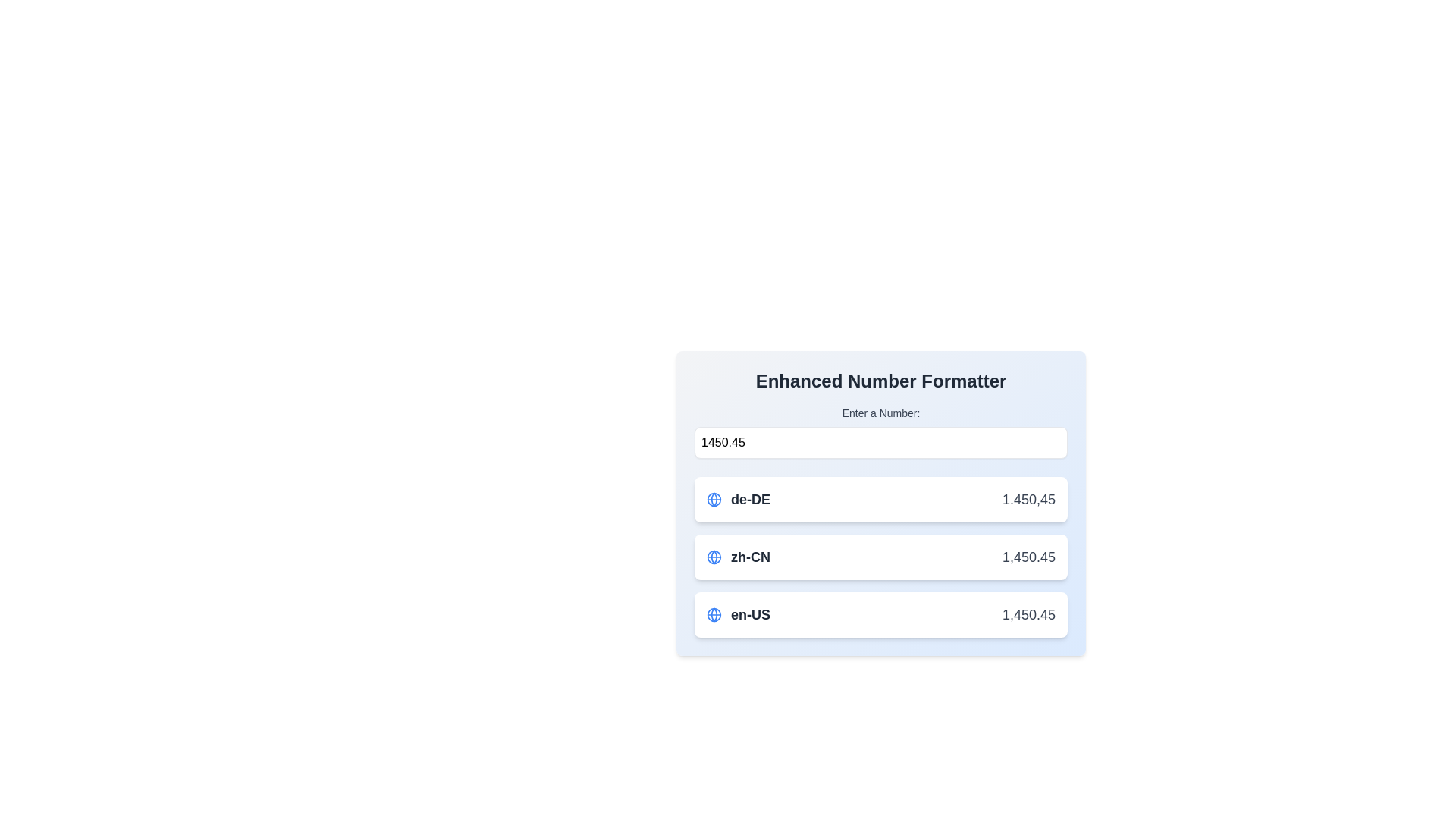  I want to click on text label 'en-US' which is styled with a larger, bold font and is dark gray in color, located to the right of a blue globe icon in a vertically stacked list of language options, so click(750, 614).